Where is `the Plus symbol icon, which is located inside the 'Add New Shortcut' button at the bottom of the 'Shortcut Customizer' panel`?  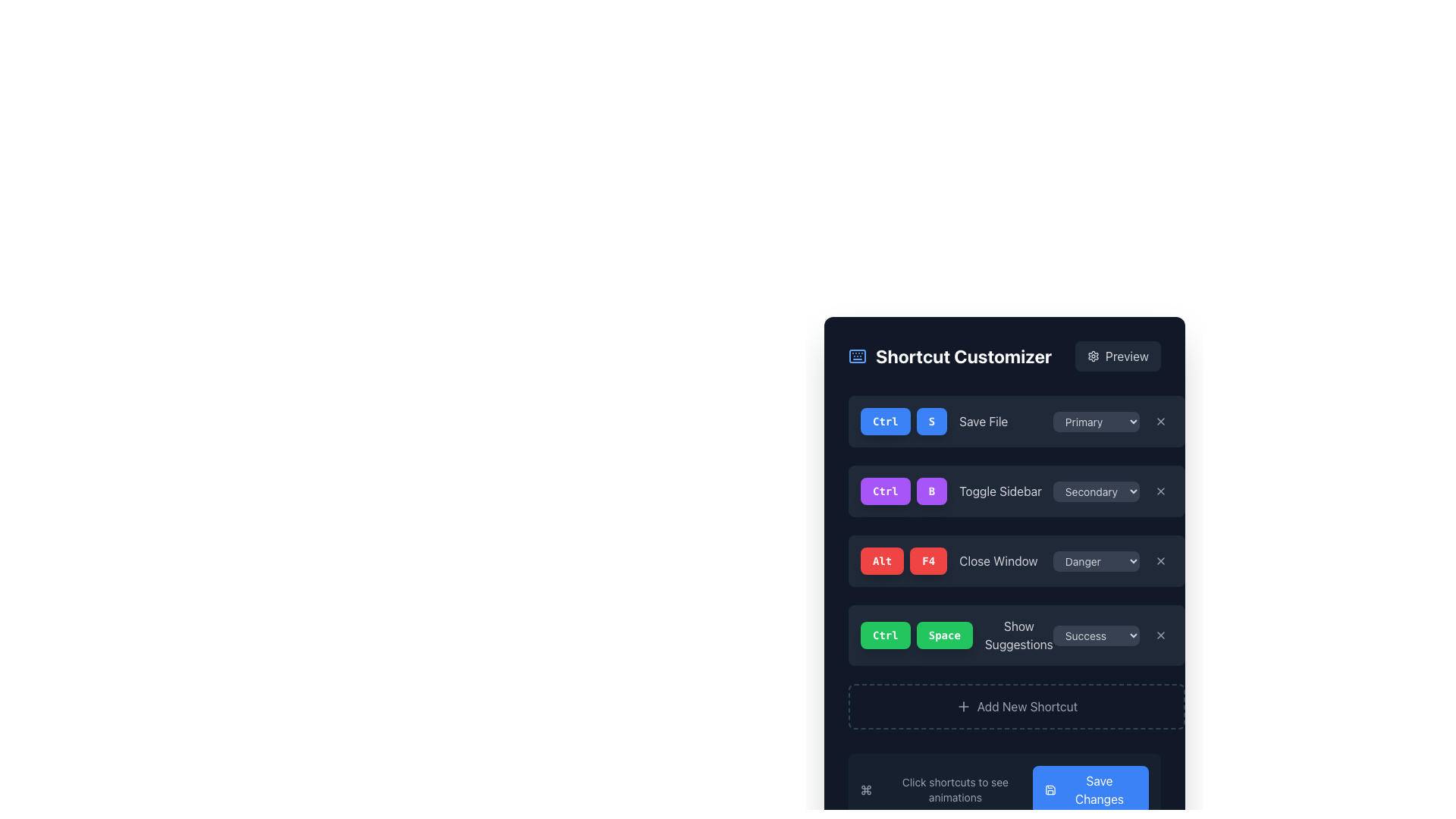
the Plus symbol icon, which is located inside the 'Add New Shortcut' button at the bottom of the 'Shortcut Customizer' panel is located at coordinates (962, 707).